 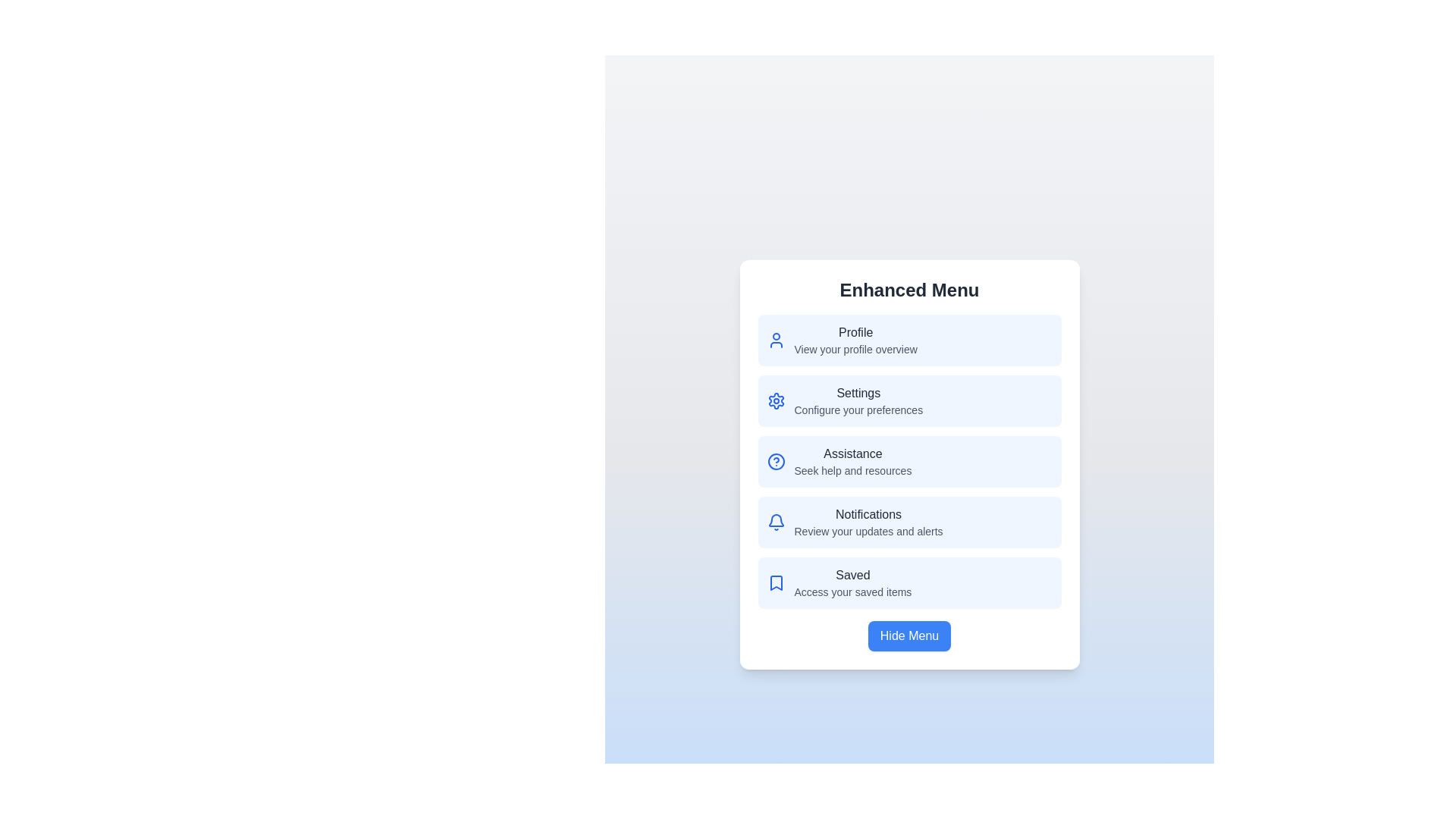 I want to click on the menu option Settings to view its details, so click(x=909, y=400).